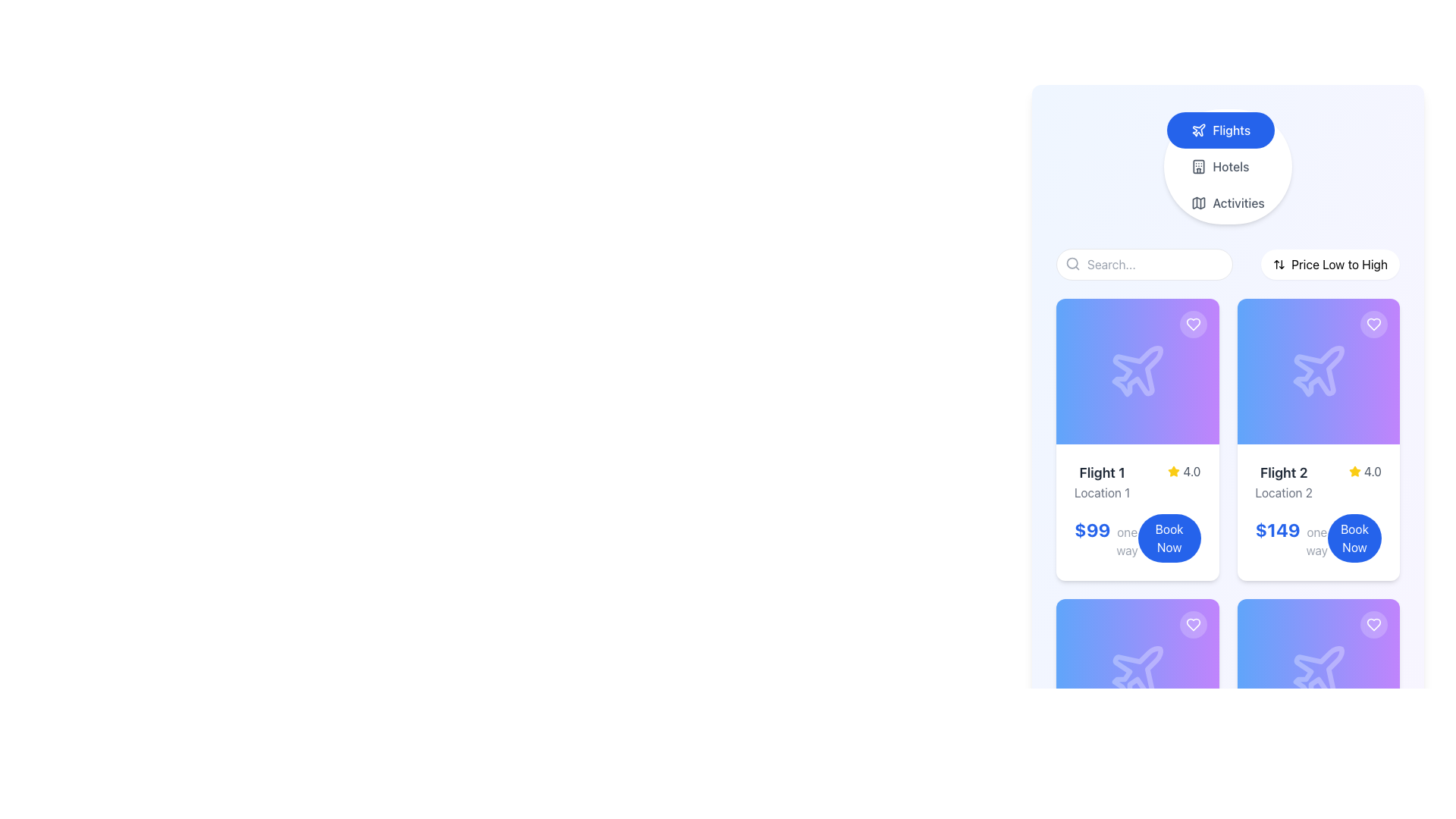 The image size is (1456, 819). What do you see at coordinates (1232, 130) in the screenshot?
I see `the 'Flights' navigation button, which is styled in bold white text on a blue rounded background` at bounding box center [1232, 130].